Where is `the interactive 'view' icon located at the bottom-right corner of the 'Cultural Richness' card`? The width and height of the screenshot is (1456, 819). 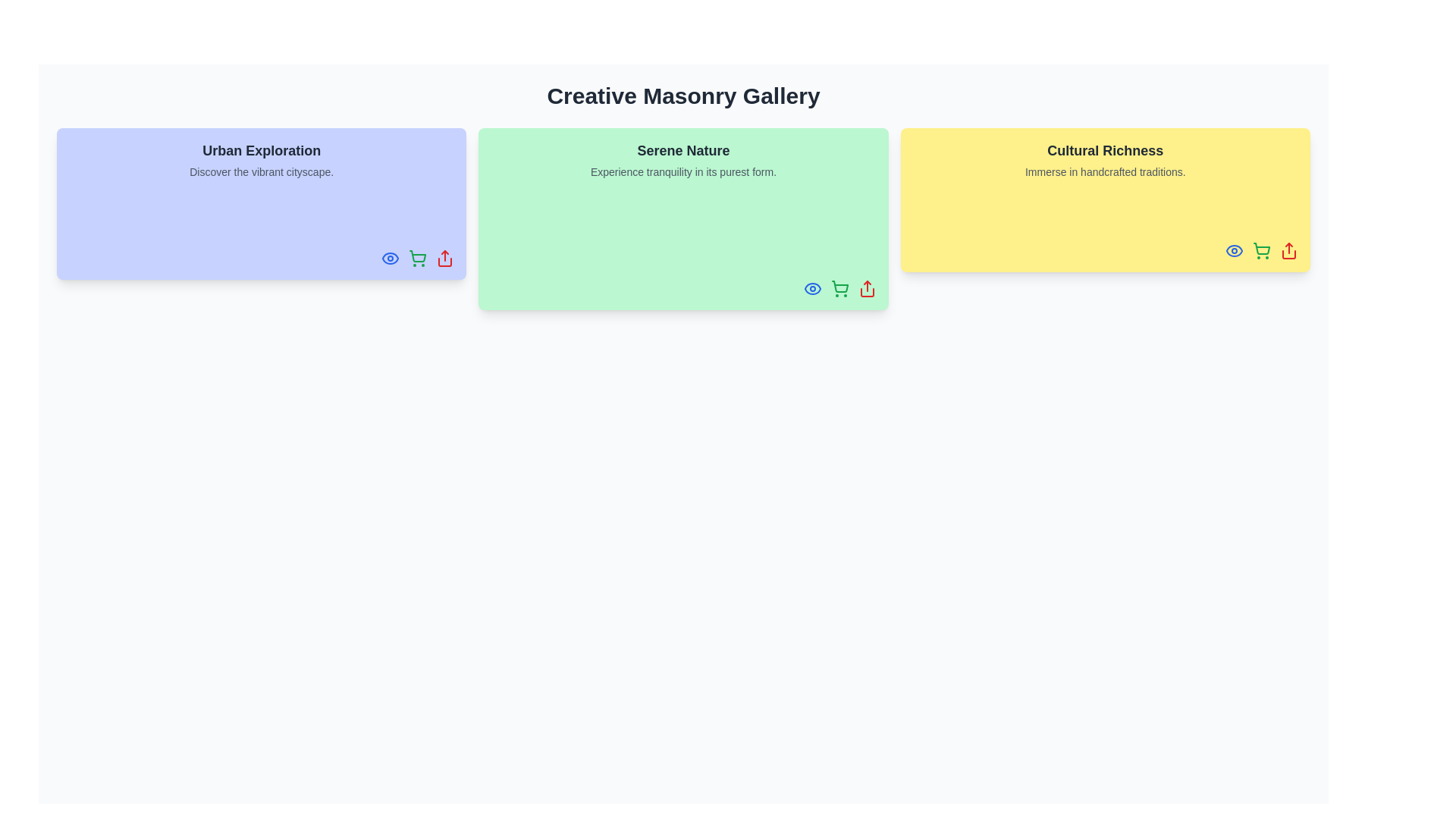 the interactive 'view' icon located at the bottom-right corner of the 'Cultural Richness' card is located at coordinates (1234, 250).